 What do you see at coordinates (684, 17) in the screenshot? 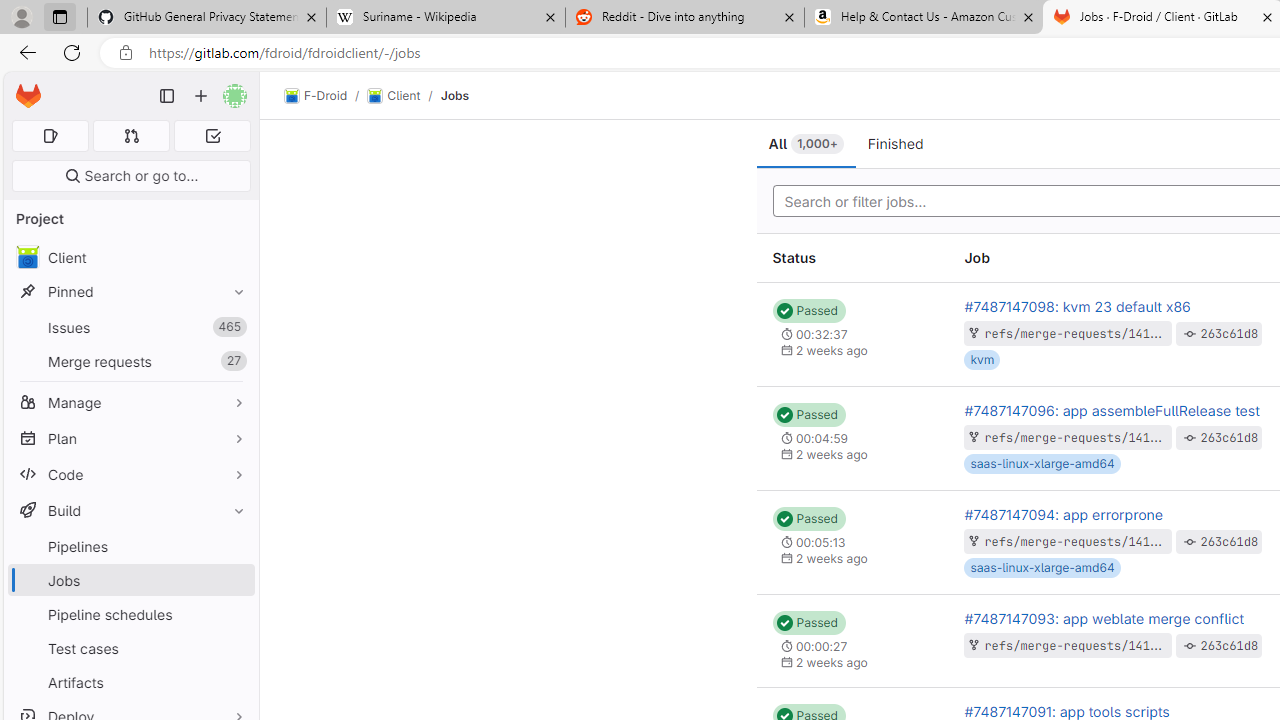
I see `'Reddit - Dive into anything'` at bounding box center [684, 17].